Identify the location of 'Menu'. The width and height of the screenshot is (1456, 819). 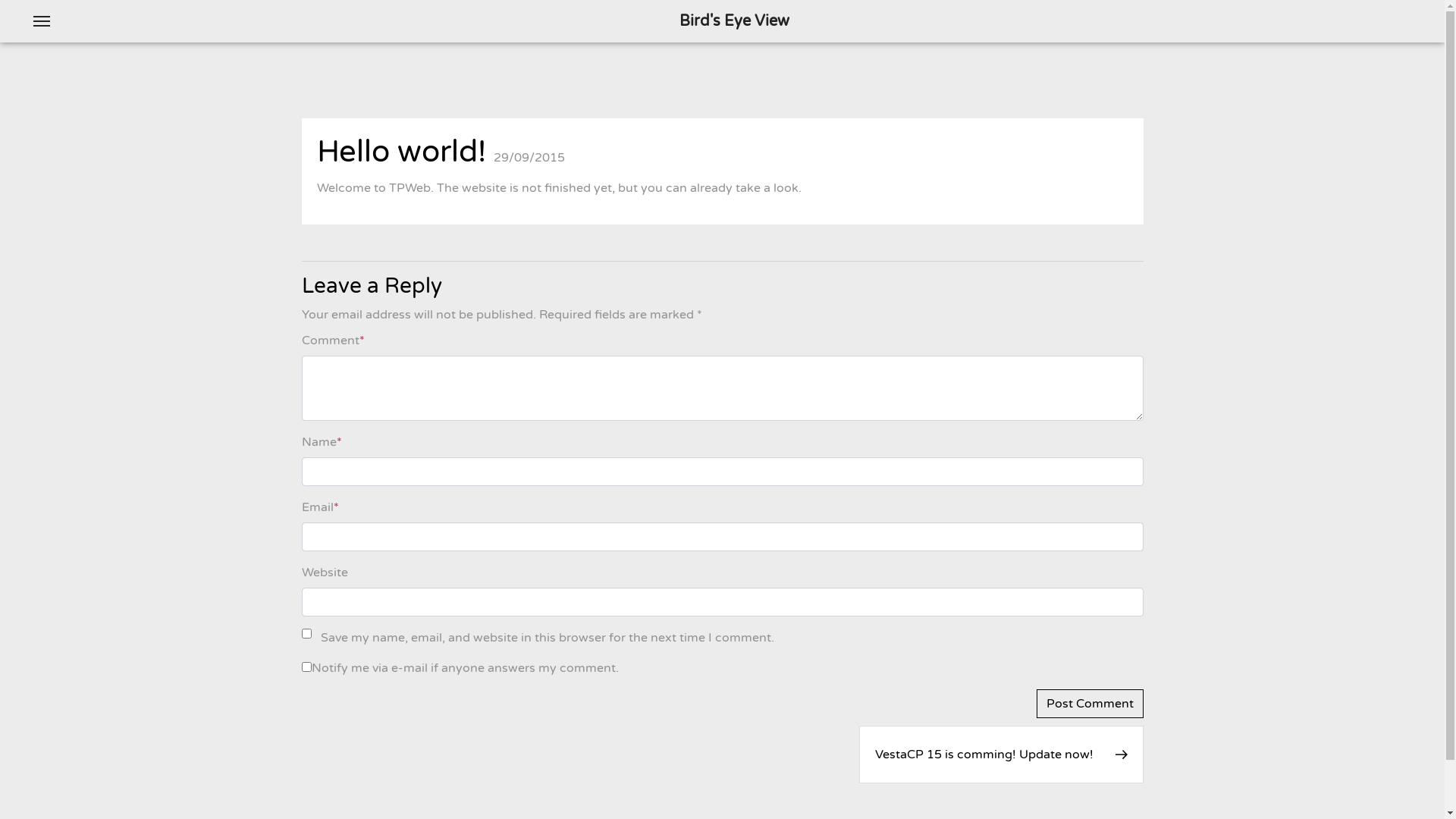
(41, 20).